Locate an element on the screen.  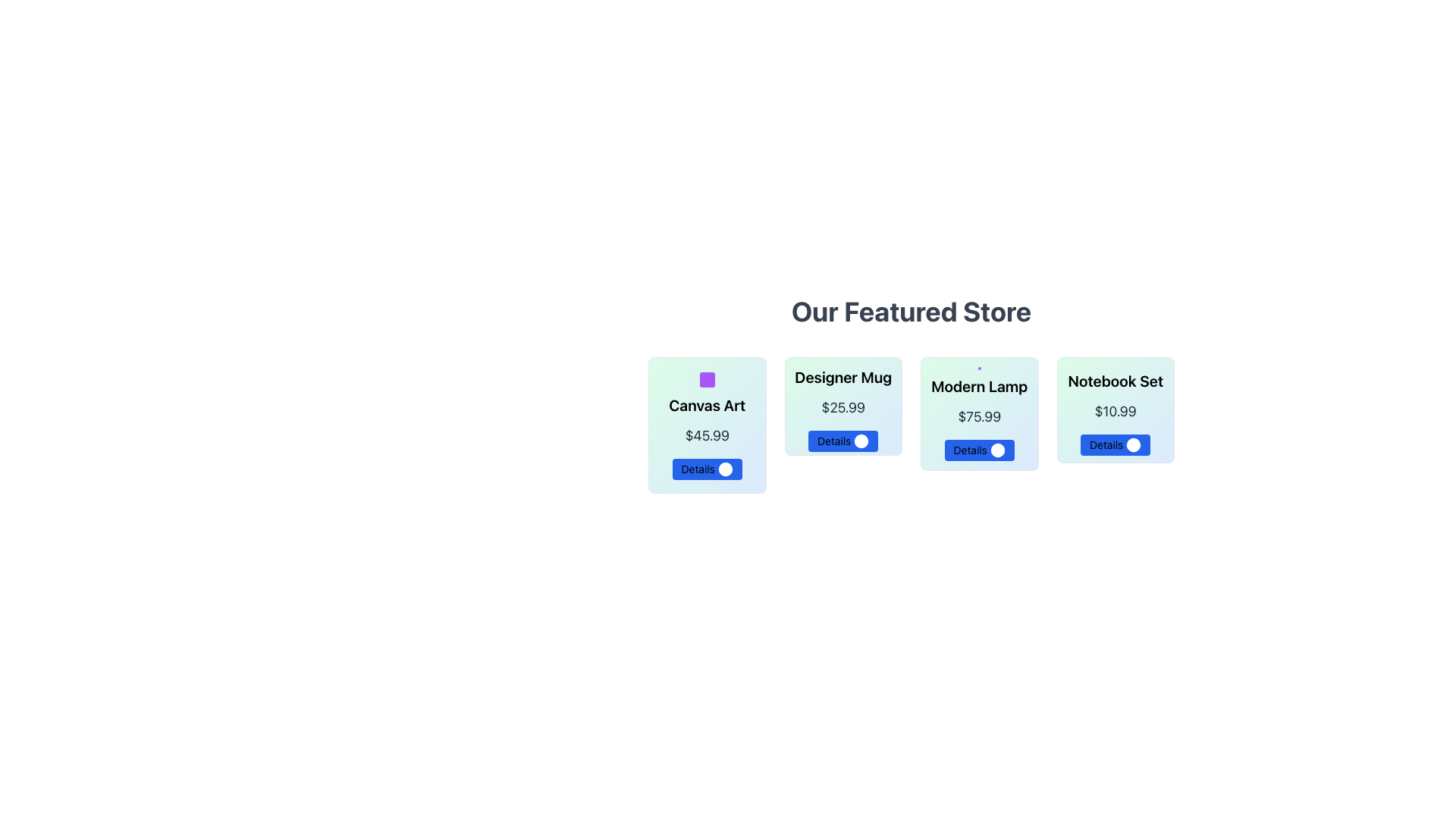
the central circular part of the icon related to the 'details' button for the 'Modern Lamp' item in the grid of featured products is located at coordinates (997, 450).